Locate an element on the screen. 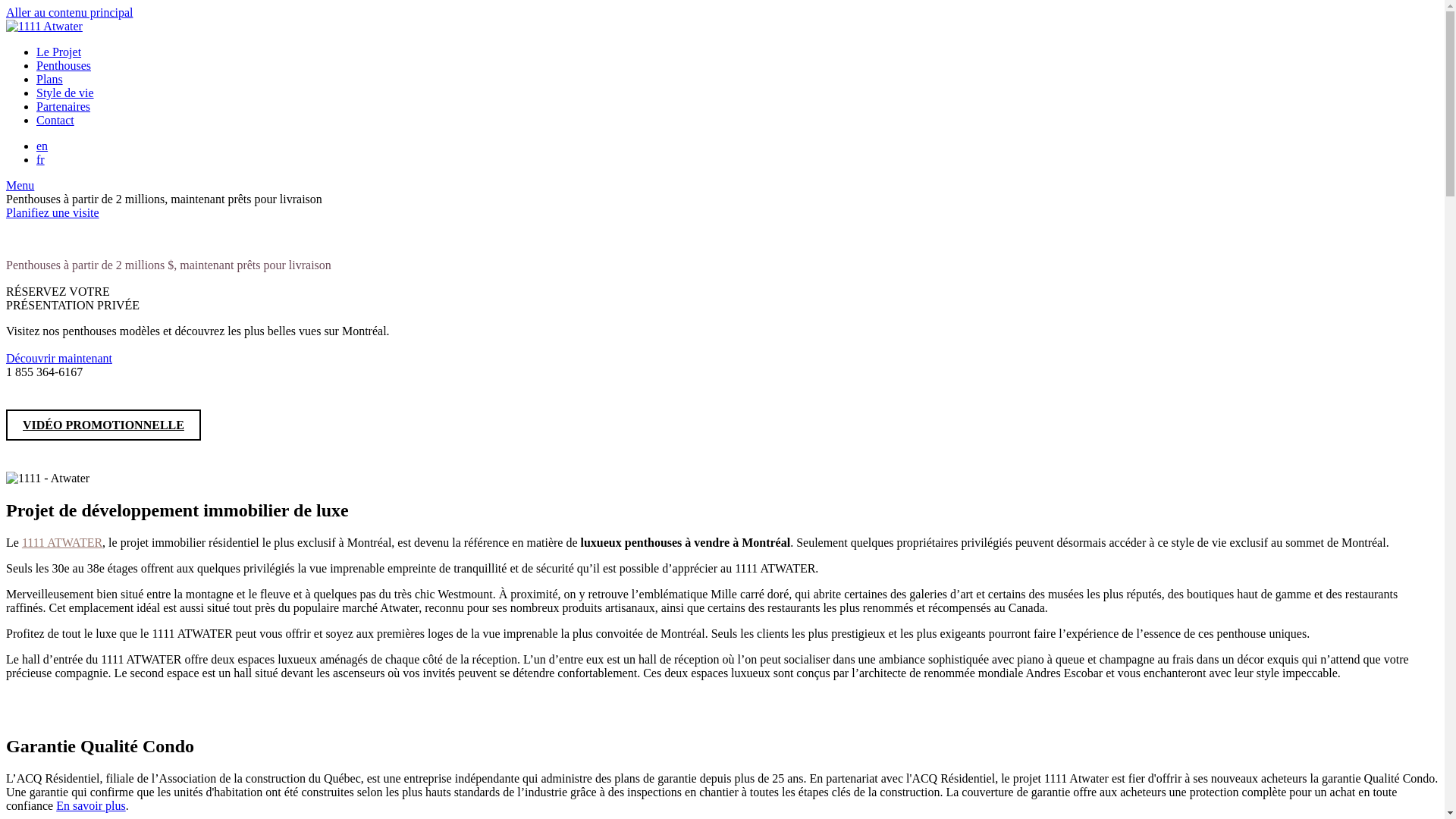 This screenshot has width=1456, height=819. 'Style de vie' is located at coordinates (64, 93).